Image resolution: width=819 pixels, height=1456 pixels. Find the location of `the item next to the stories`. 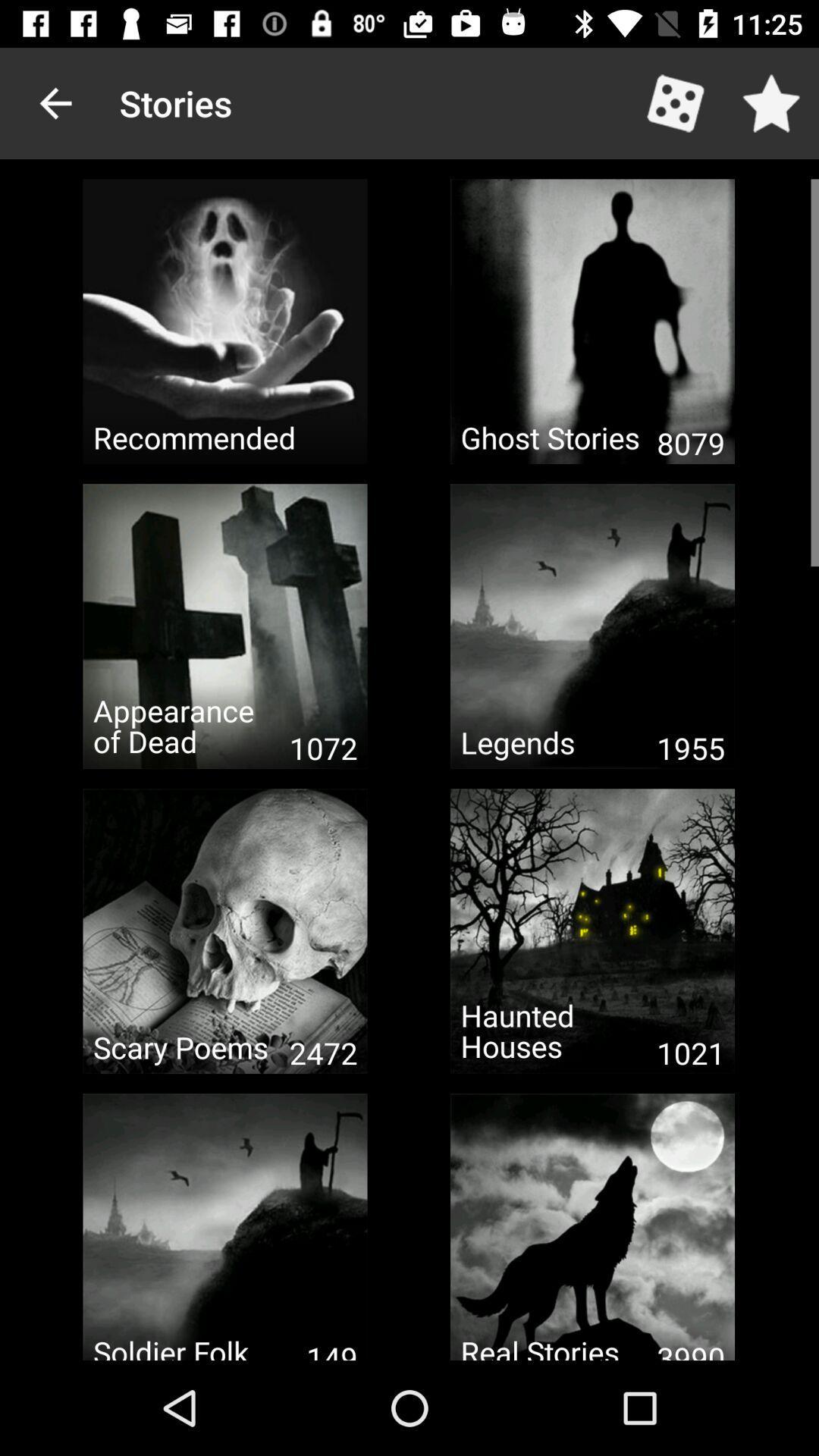

the item next to the stories is located at coordinates (55, 102).